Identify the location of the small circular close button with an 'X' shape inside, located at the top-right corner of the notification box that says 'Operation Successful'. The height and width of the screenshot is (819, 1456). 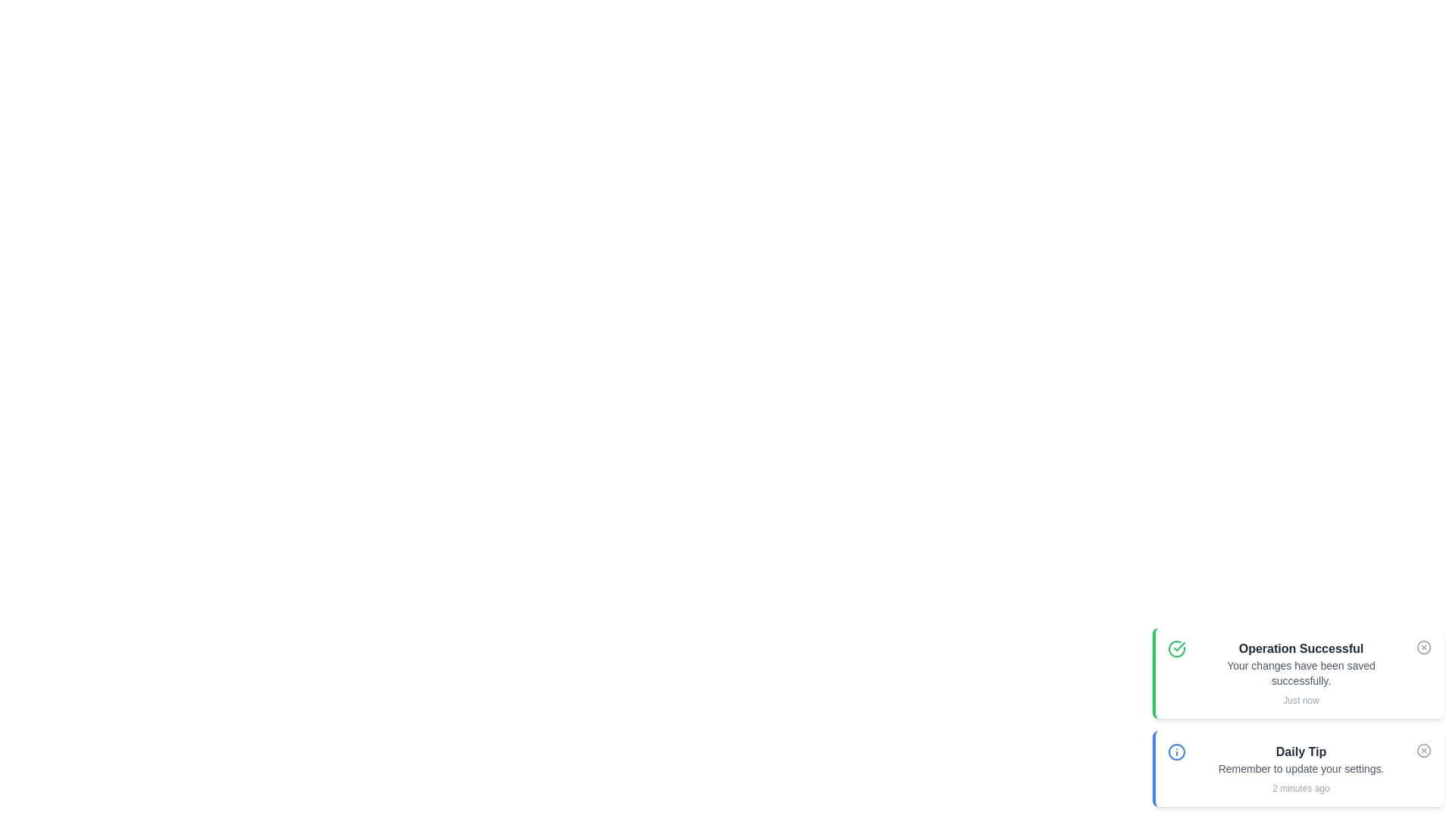
(1423, 647).